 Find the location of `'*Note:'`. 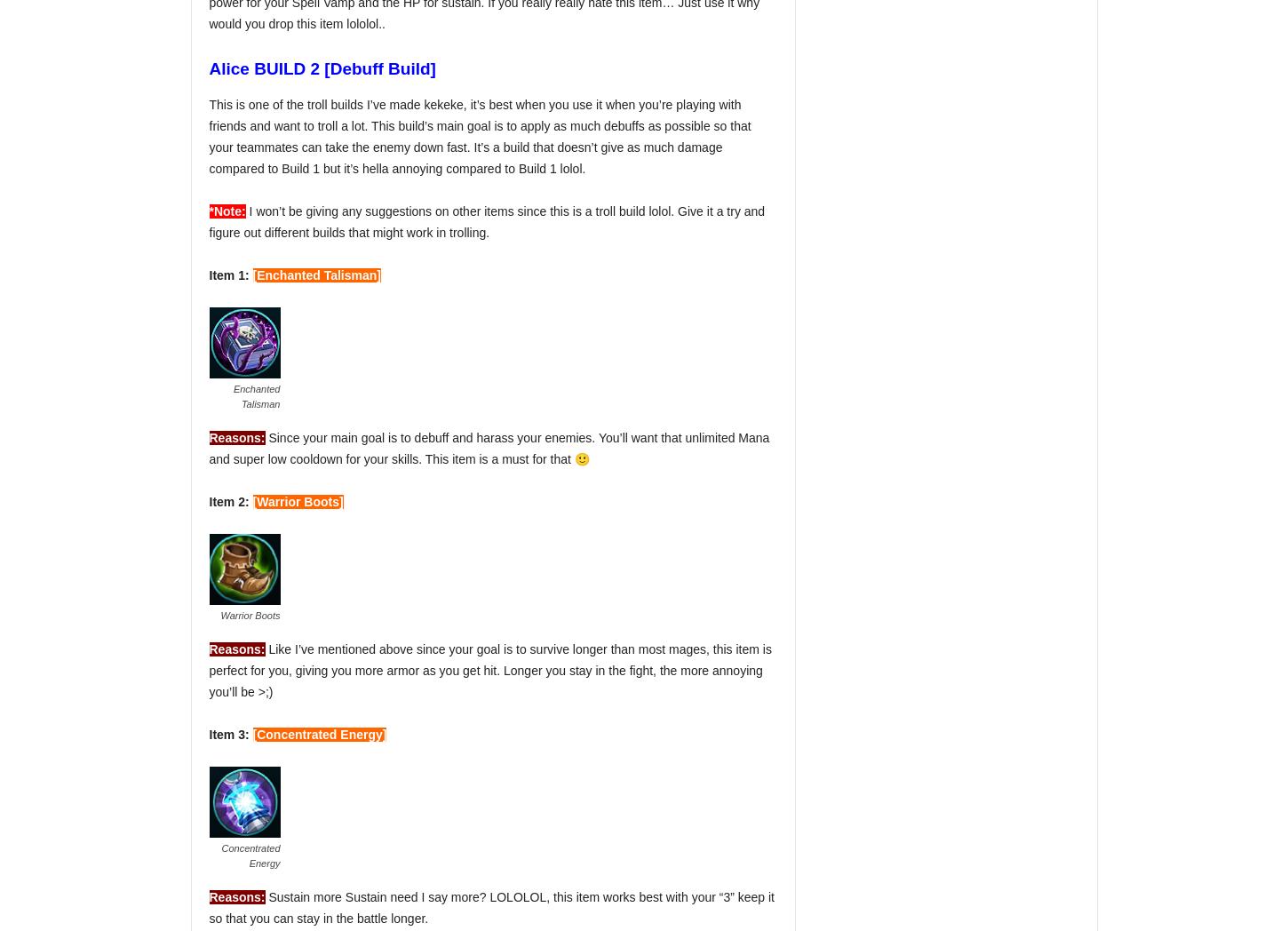

'*Note:' is located at coordinates (227, 211).